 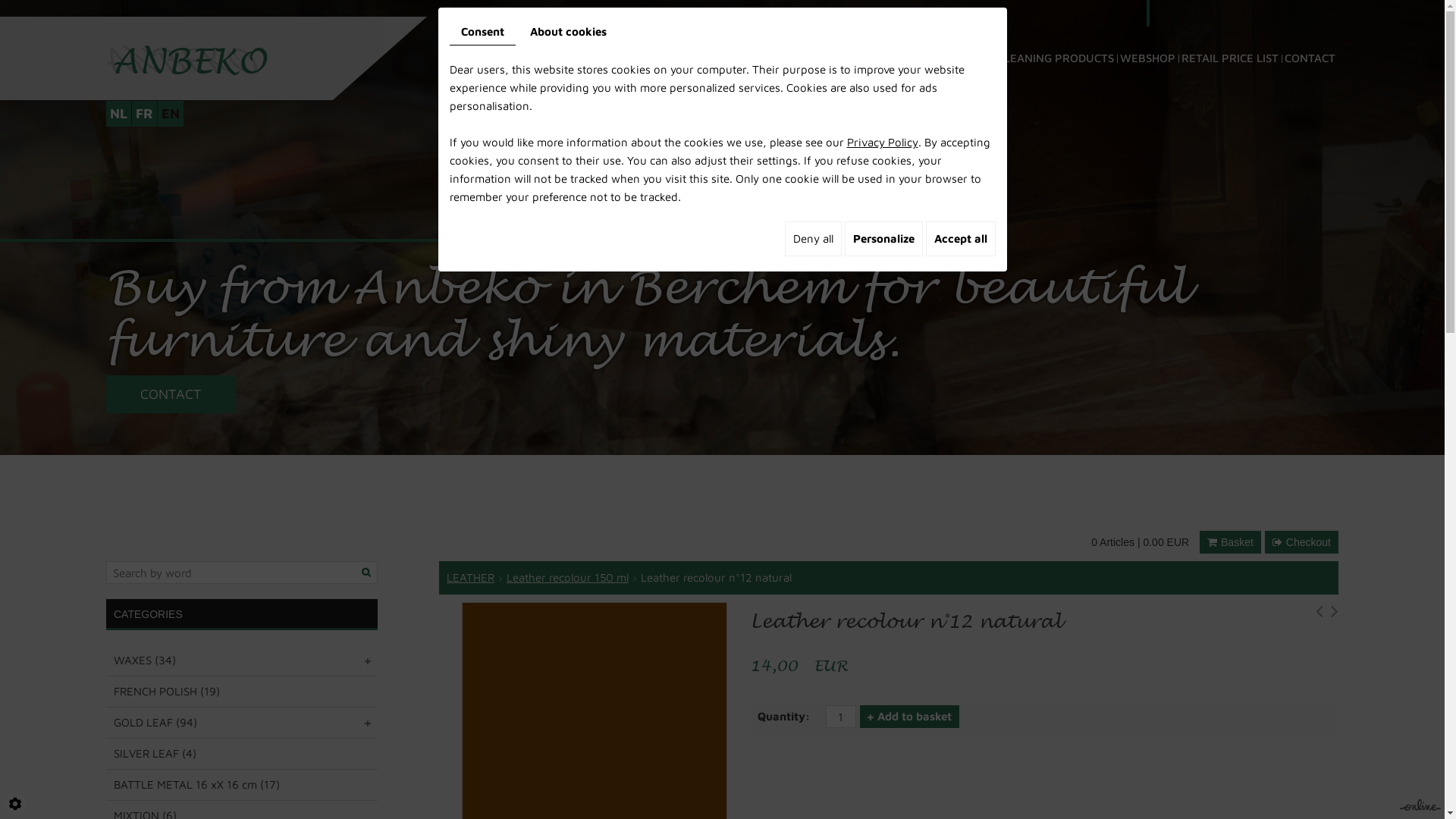 I want to click on 'EN', so click(x=171, y=113).